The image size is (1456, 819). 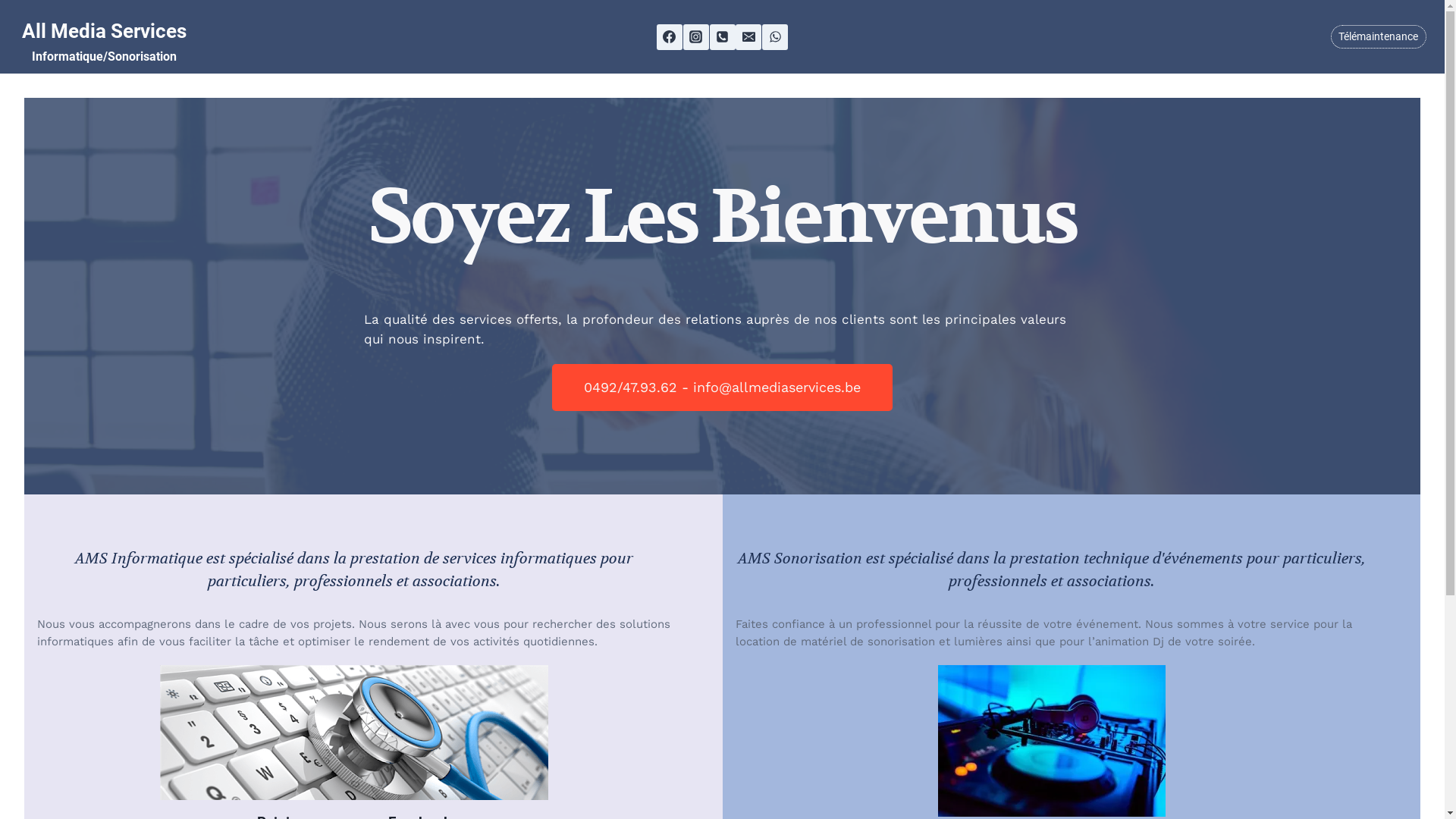 I want to click on '0492/47.93.62 - info@allmediaservices.be', so click(x=721, y=386).